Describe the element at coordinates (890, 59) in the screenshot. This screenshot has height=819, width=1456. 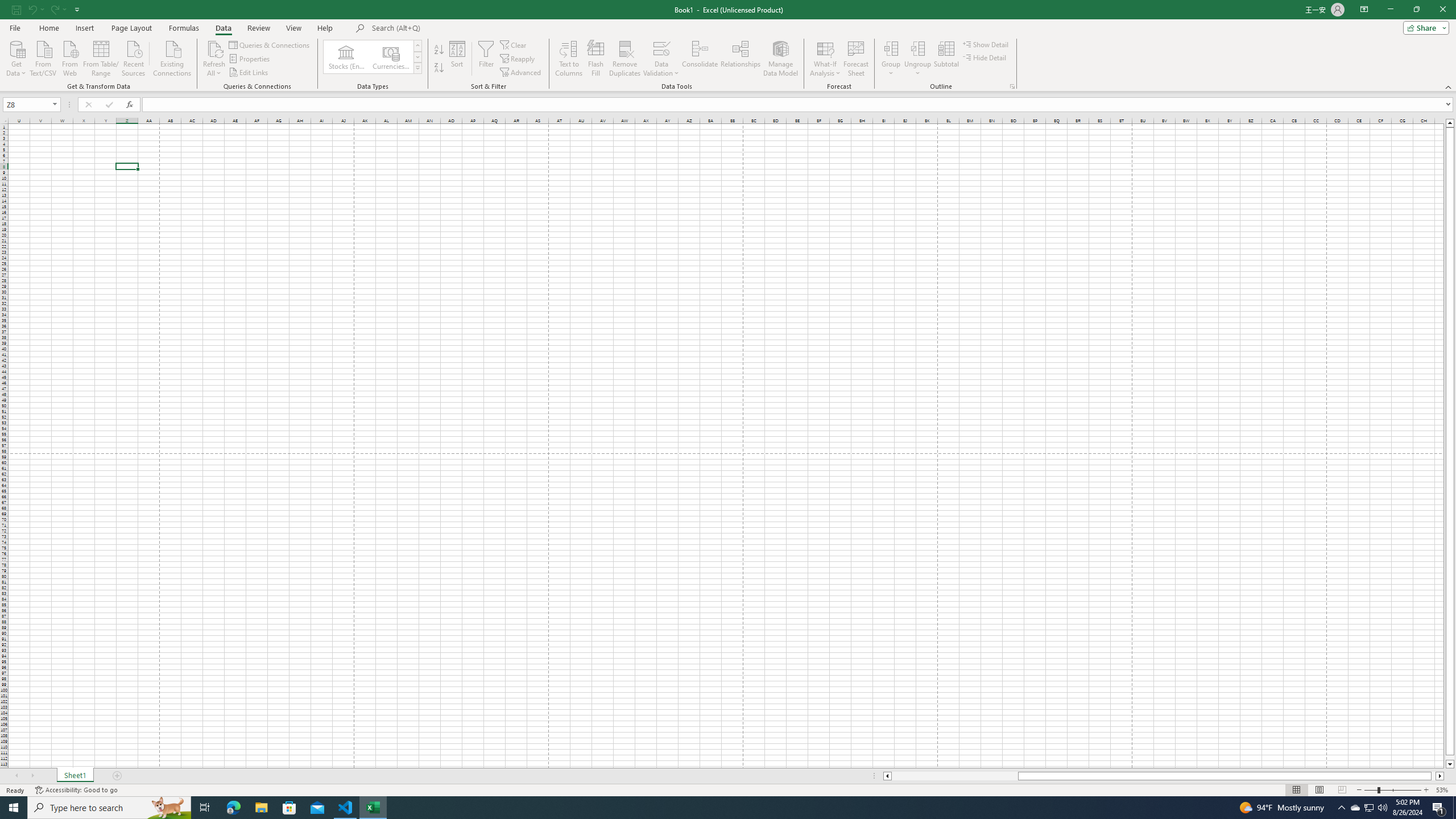
I see `'Group...'` at that location.